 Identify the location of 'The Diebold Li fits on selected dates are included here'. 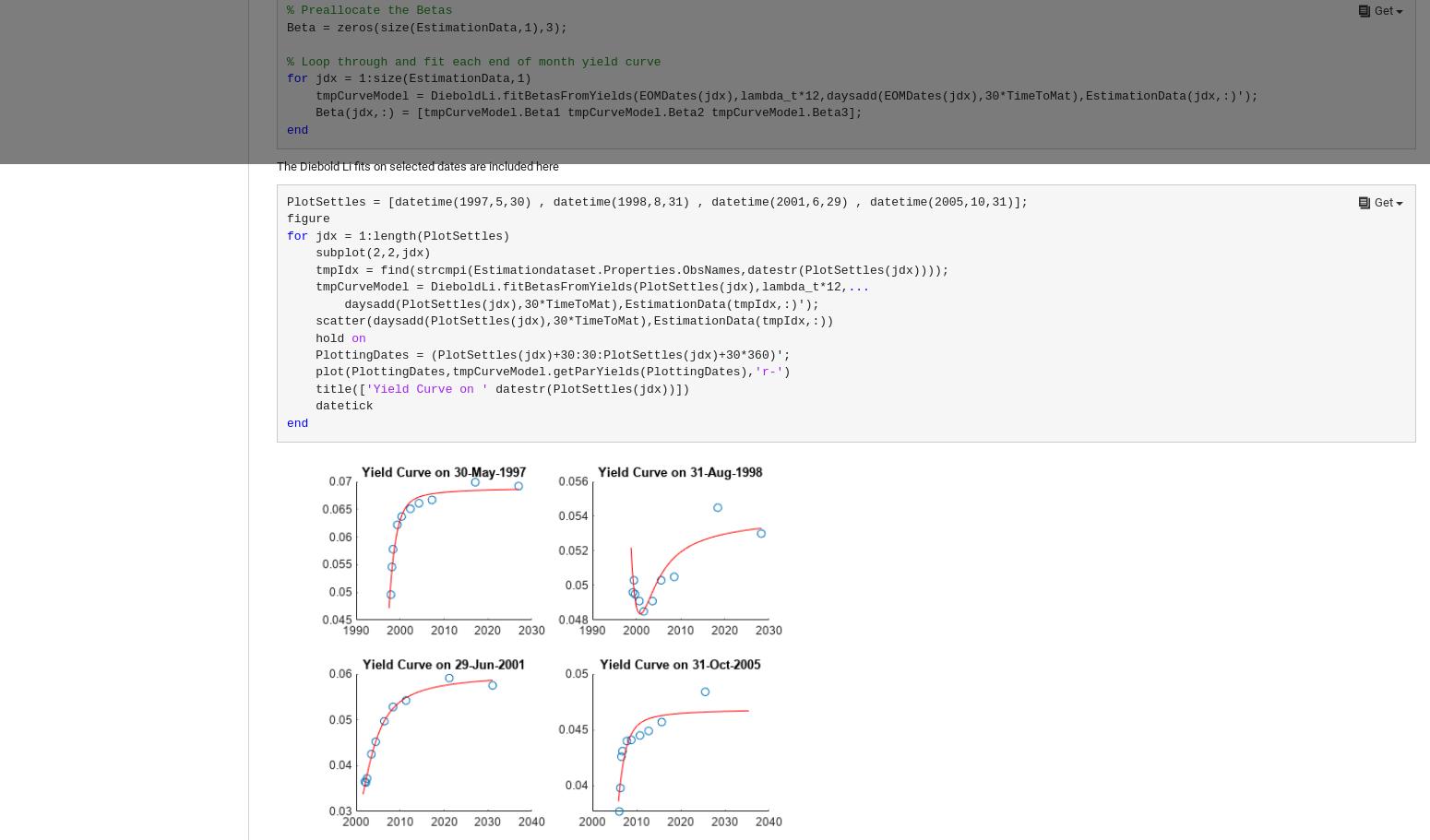
(418, 164).